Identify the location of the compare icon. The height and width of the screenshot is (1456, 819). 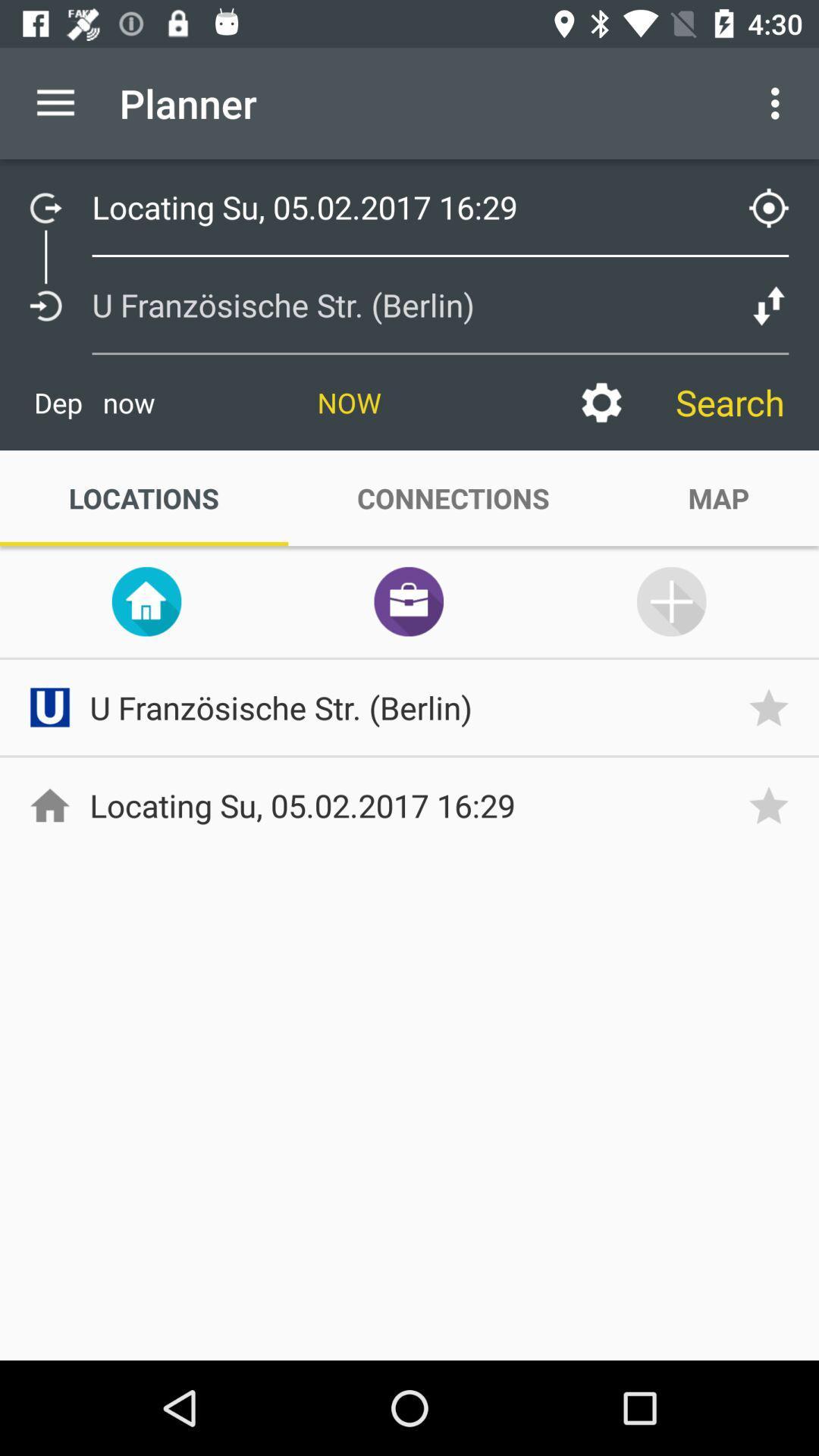
(769, 305).